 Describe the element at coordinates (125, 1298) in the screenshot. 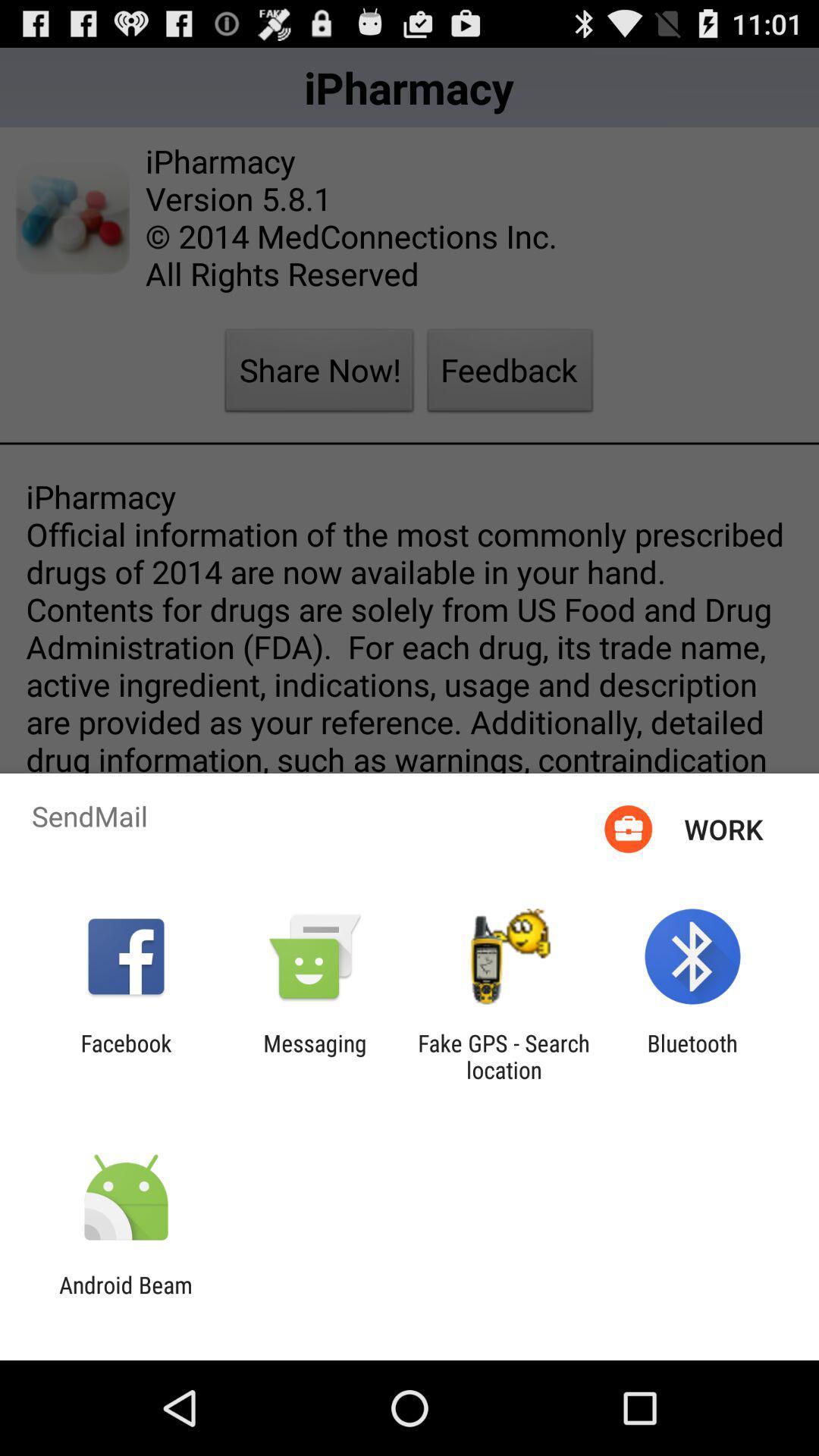

I see `the android beam icon` at that location.